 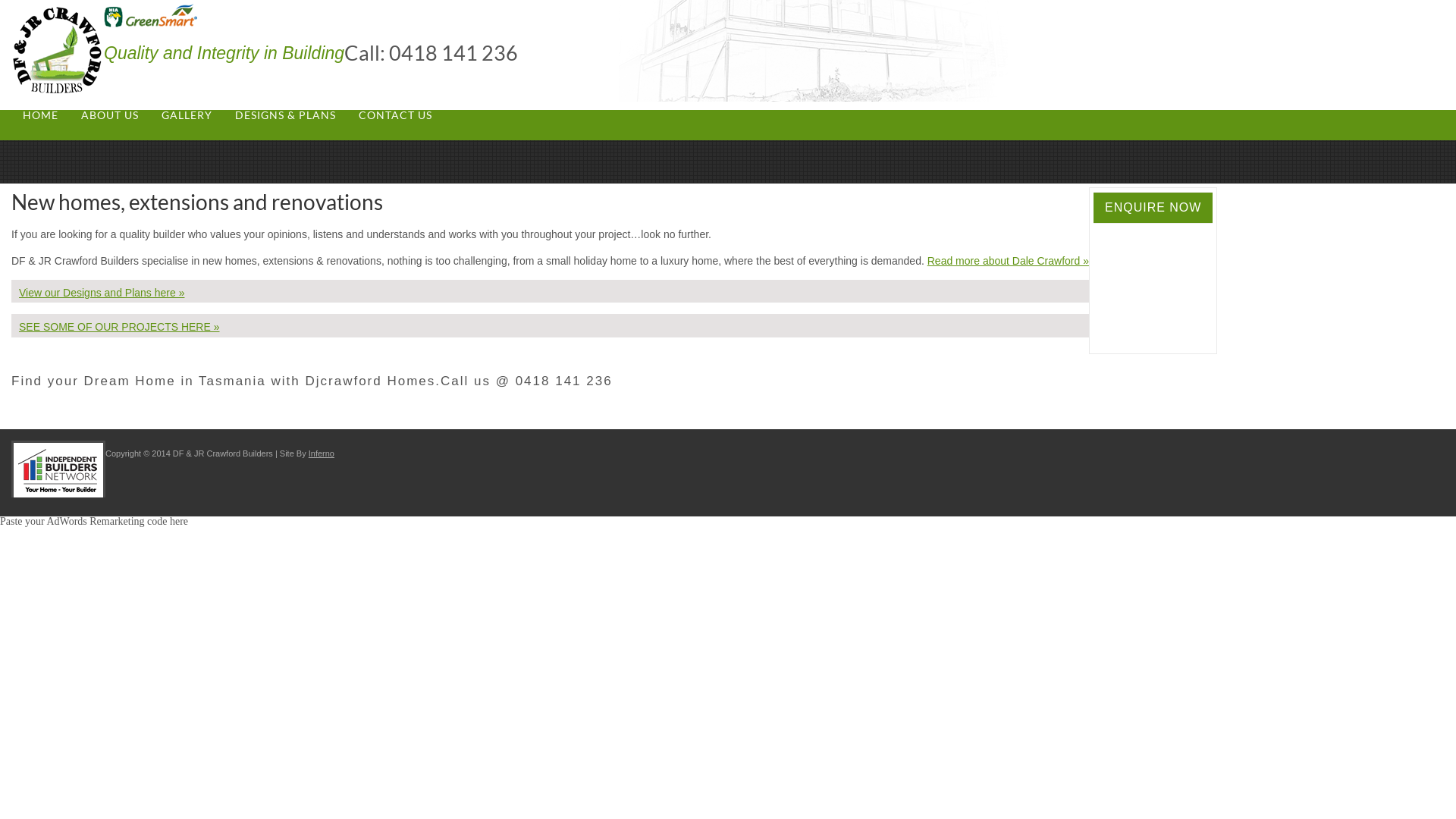 What do you see at coordinates (150, 15) in the screenshot?
I see `'GreenSmart'` at bounding box center [150, 15].